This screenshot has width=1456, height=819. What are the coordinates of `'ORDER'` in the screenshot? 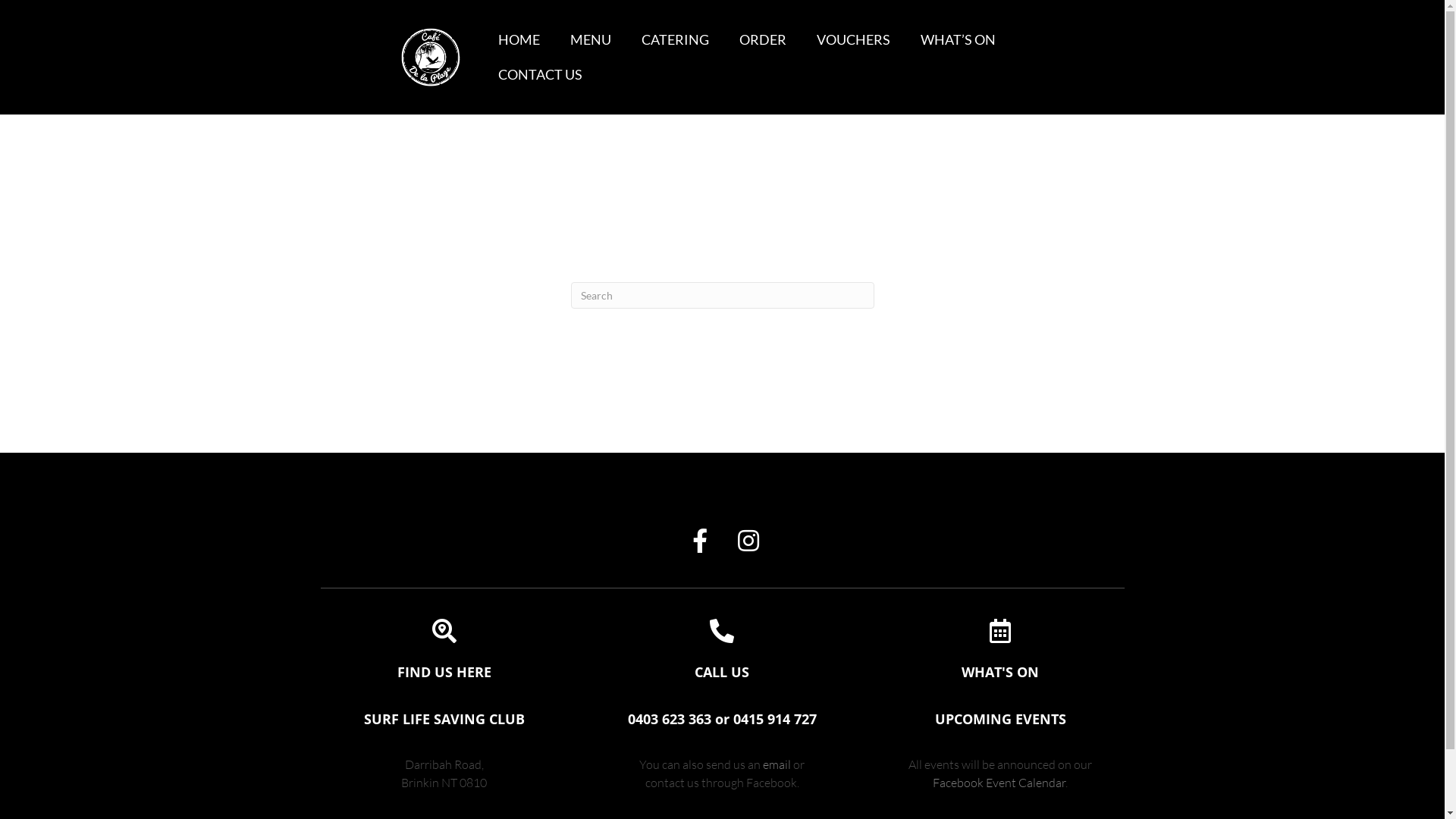 It's located at (763, 39).